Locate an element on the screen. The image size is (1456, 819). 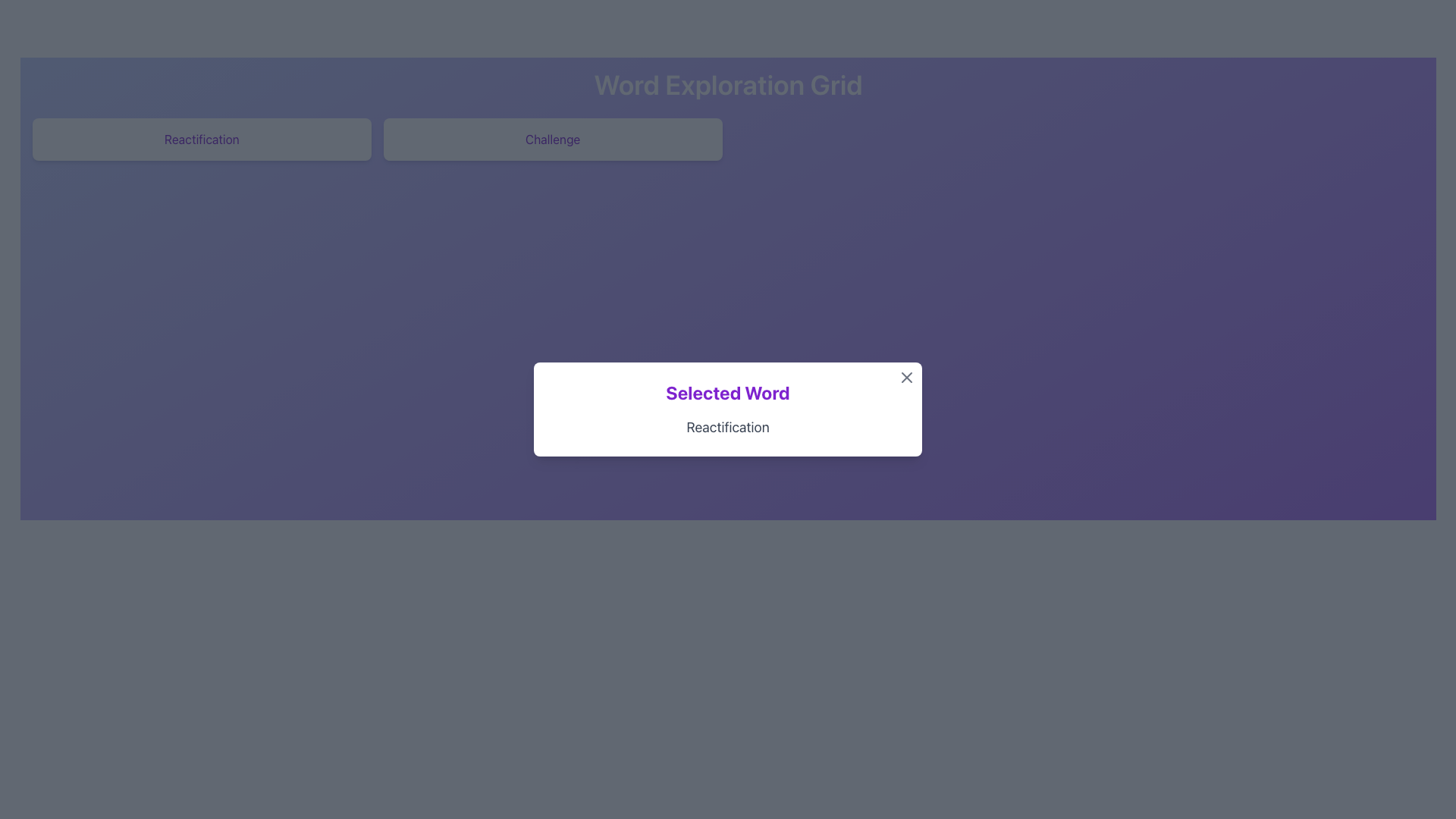
the small, circular button with an 'X' icon in the top-right corner to change its color from gray to red is located at coordinates (906, 376).